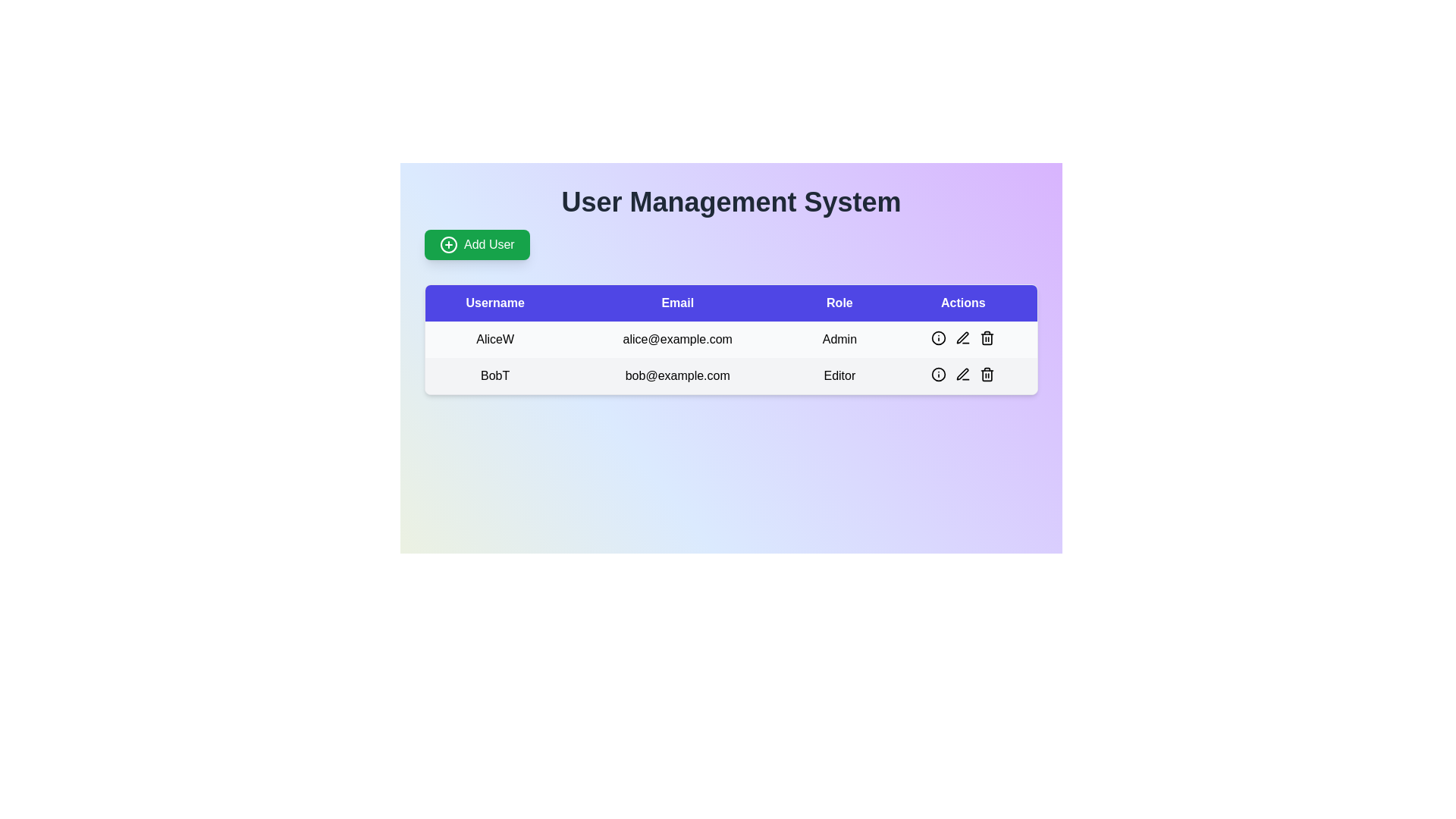  What do you see at coordinates (962, 337) in the screenshot?
I see `the edit button located` at bounding box center [962, 337].